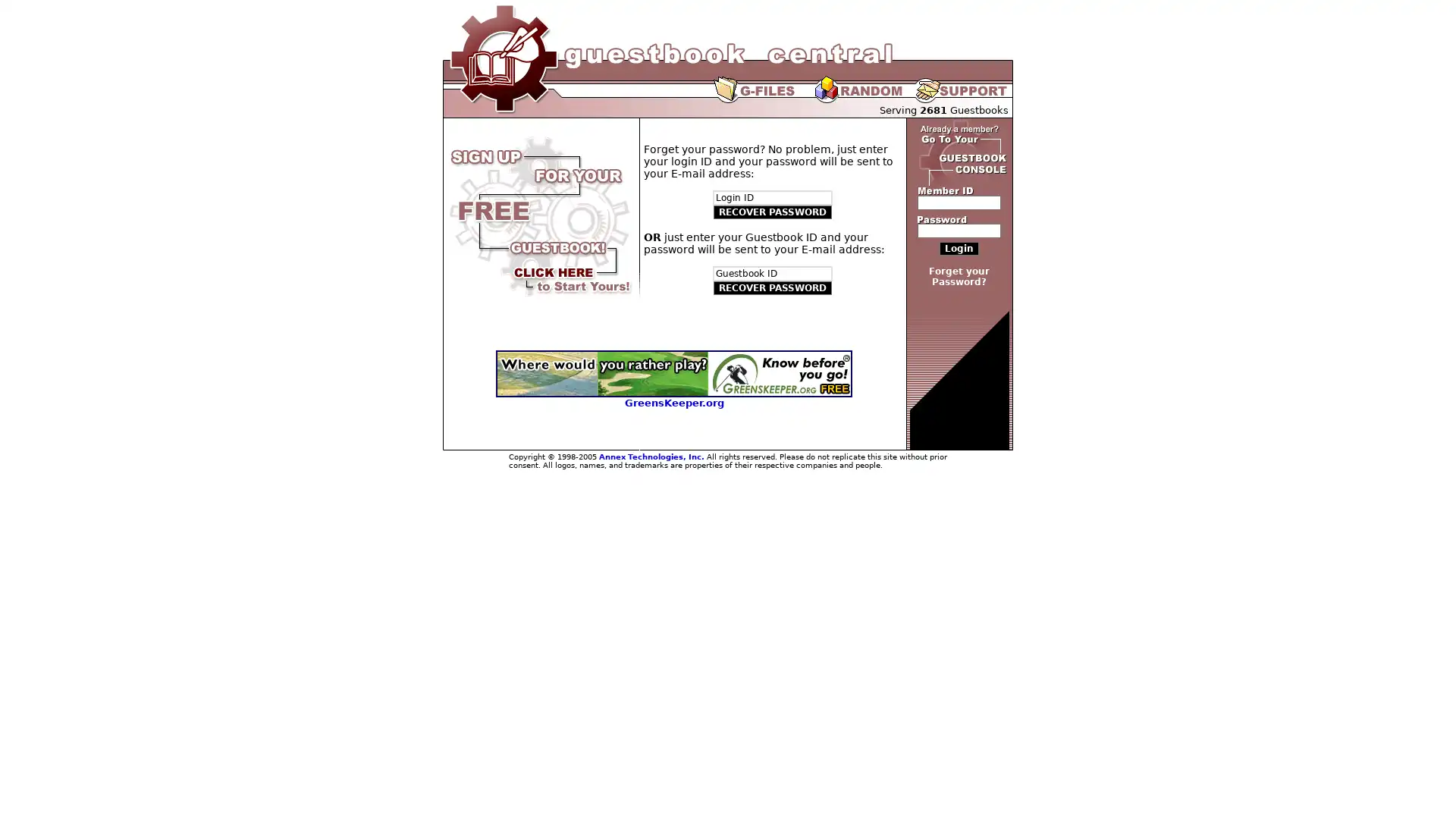 The image size is (1456, 819). I want to click on RECOVER PASSWORD, so click(772, 212).